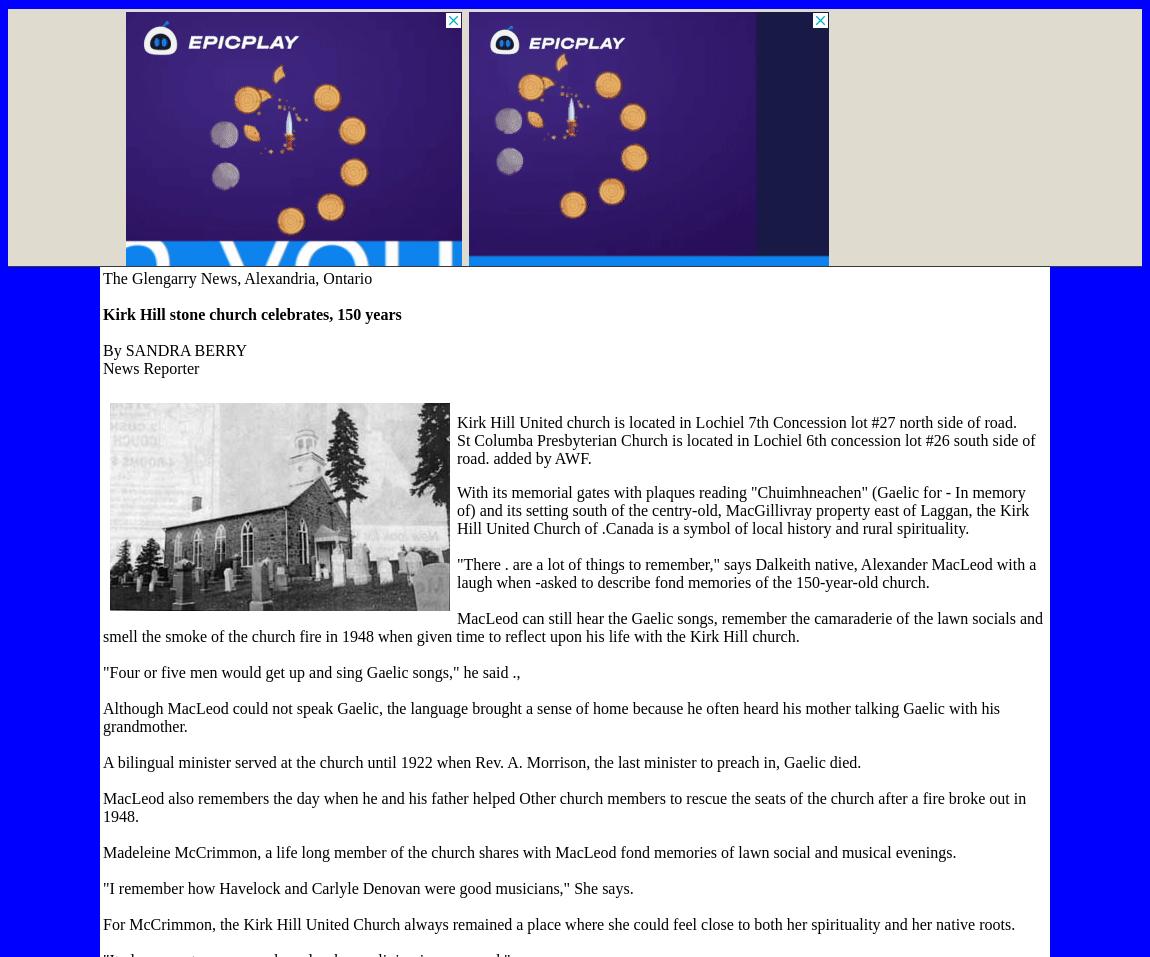 The height and width of the screenshot is (957, 1150). What do you see at coordinates (559, 924) in the screenshot?
I see `'For McCrimmon, the Kirk Hill United Church always remained a place where she could 
feel close to both her spirituality and her native roots.'` at bounding box center [559, 924].